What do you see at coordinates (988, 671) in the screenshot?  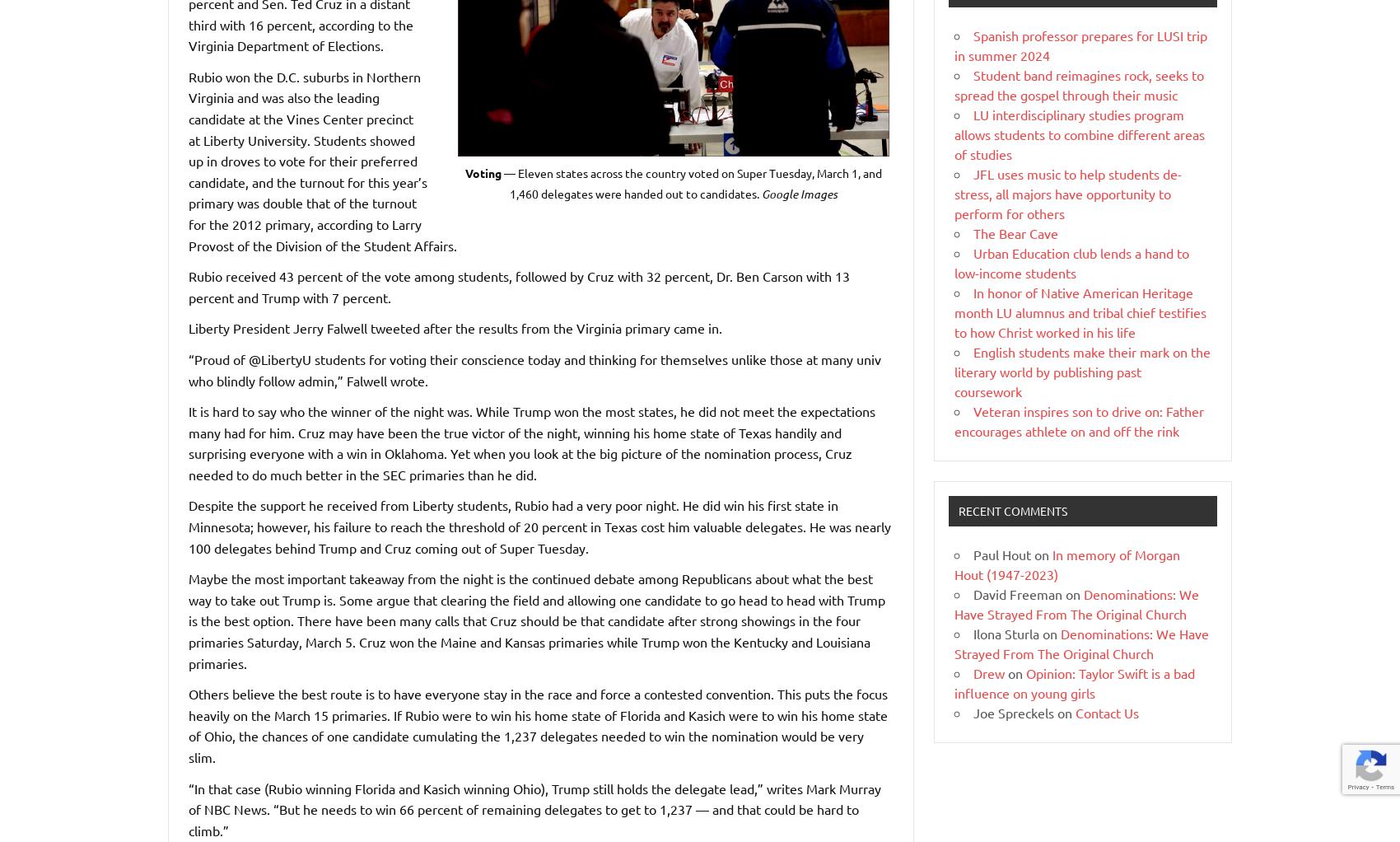 I see `'Drew'` at bounding box center [988, 671].